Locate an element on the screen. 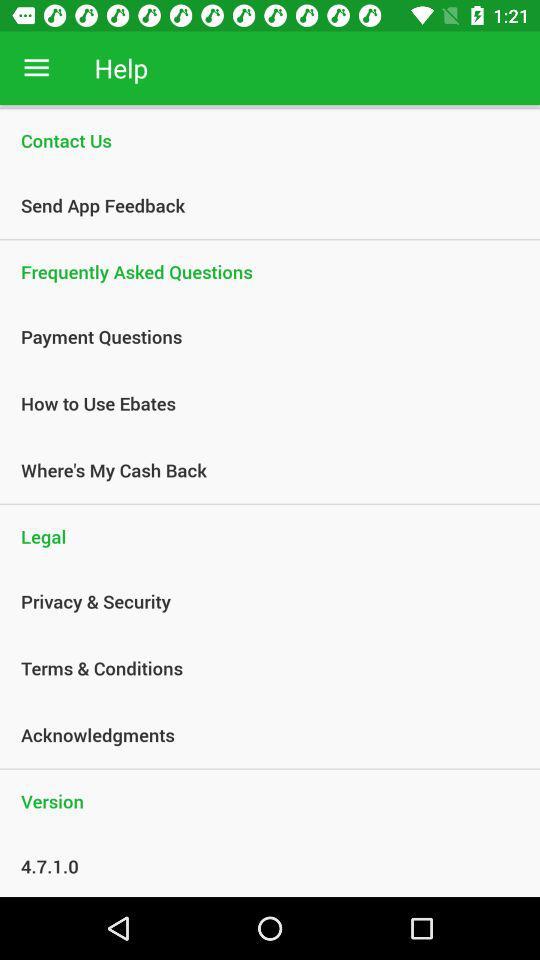  the item below contact us icon is located at coordinates (259, 205).